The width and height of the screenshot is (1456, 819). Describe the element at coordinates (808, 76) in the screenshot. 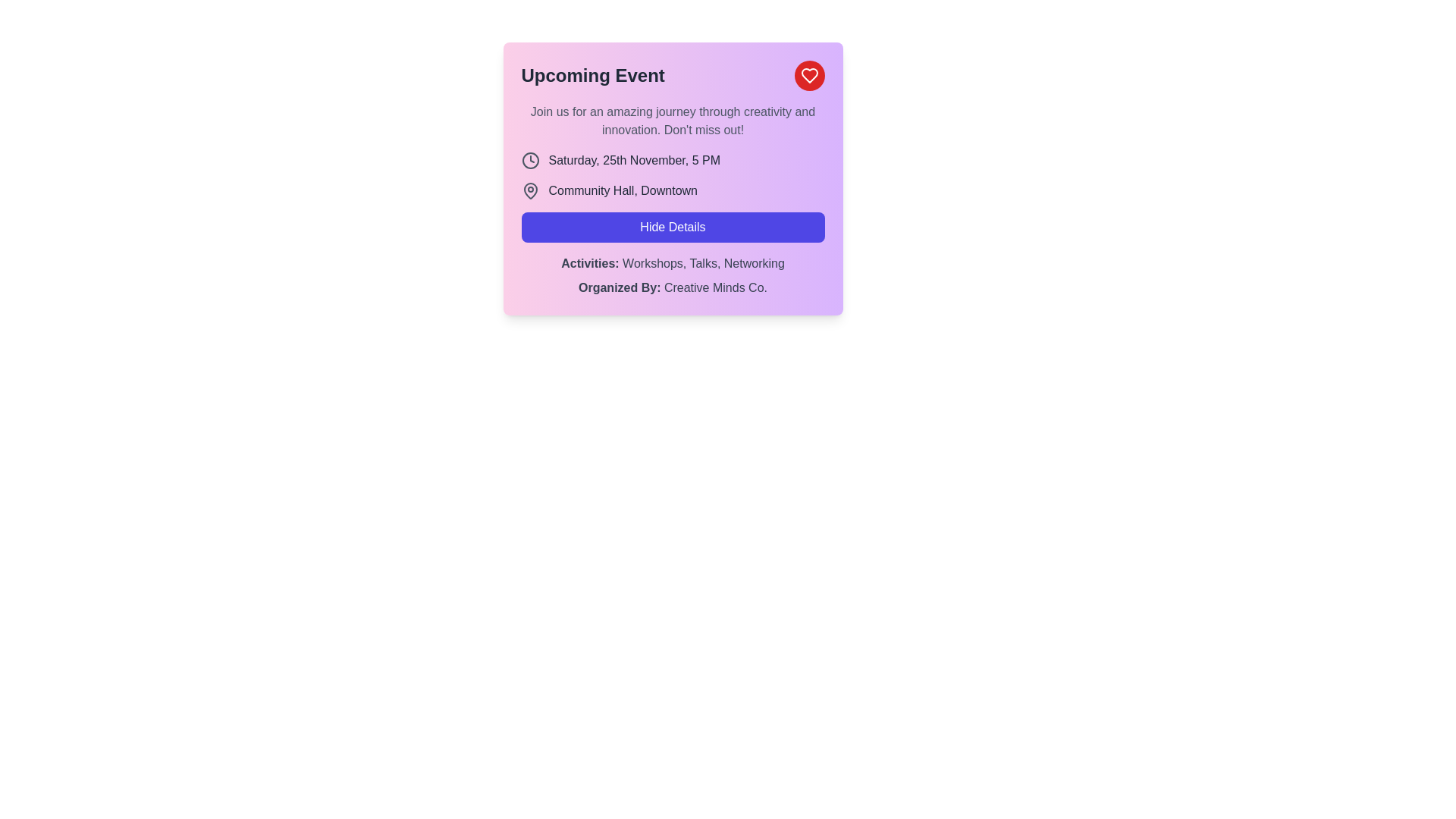

I see `the circular red button with a white heart icon in the top-right corner of the 'Upcoming Event' card to interact` at that location.